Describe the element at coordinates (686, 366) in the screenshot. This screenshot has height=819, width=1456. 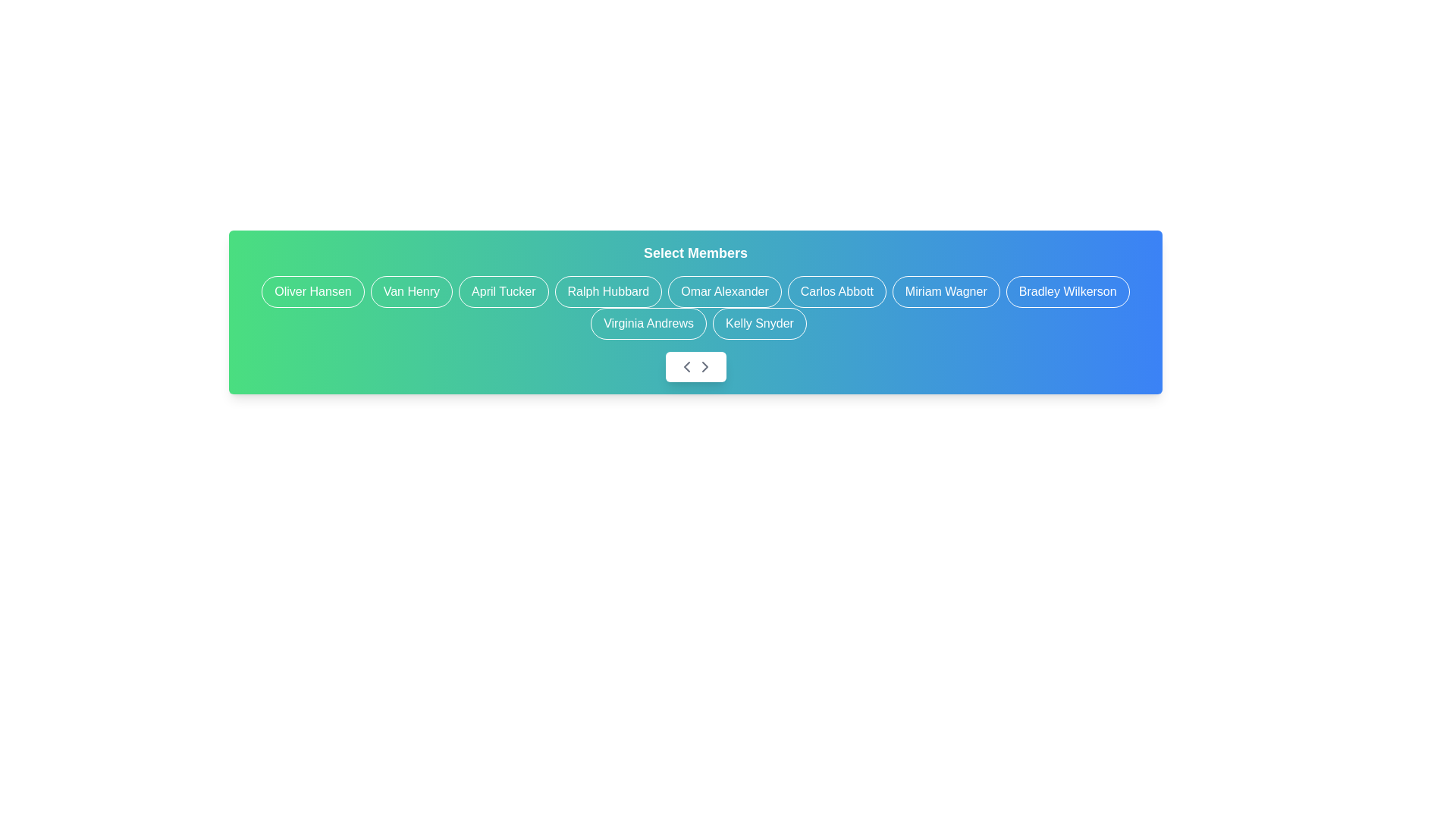
I see `the chevron-like icon indicating navigation or selection functionality to scroll or move through a list to the left` at that location.